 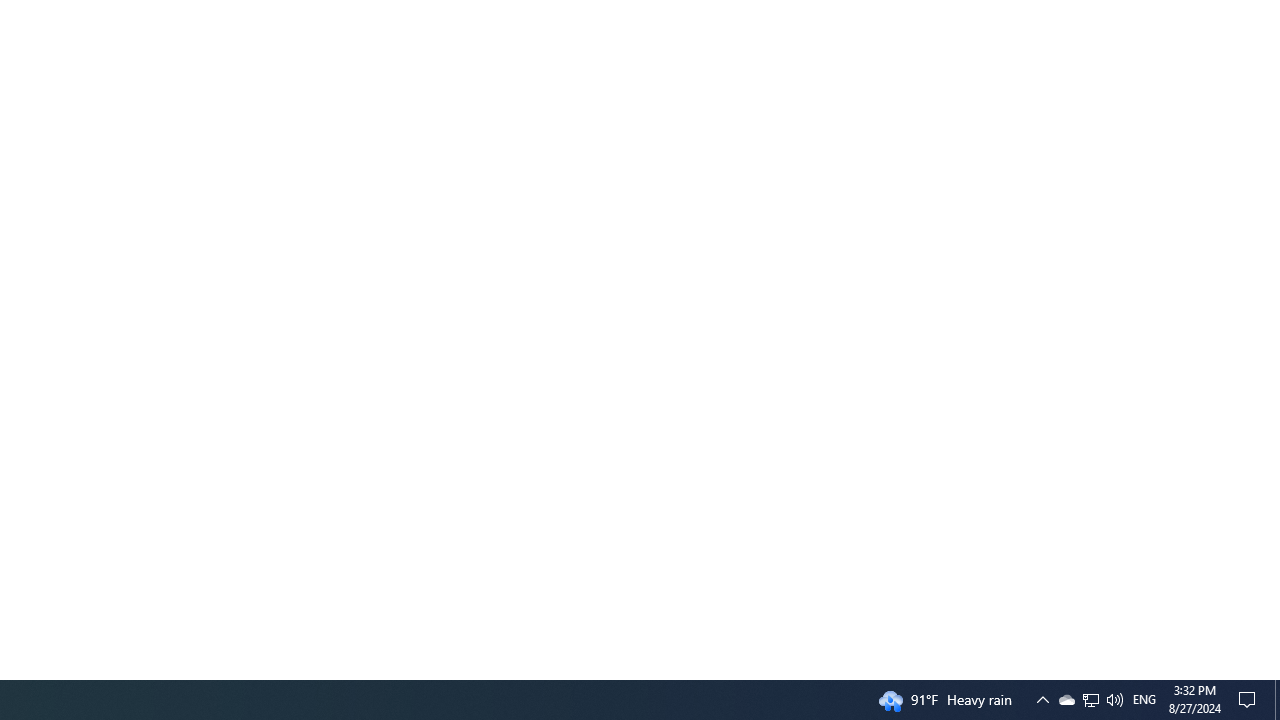 What do you see at coordinates (1276, 698) in the screenshot?
I see `'Action Center, No new notifications'` at bounding box center [1276, 698].